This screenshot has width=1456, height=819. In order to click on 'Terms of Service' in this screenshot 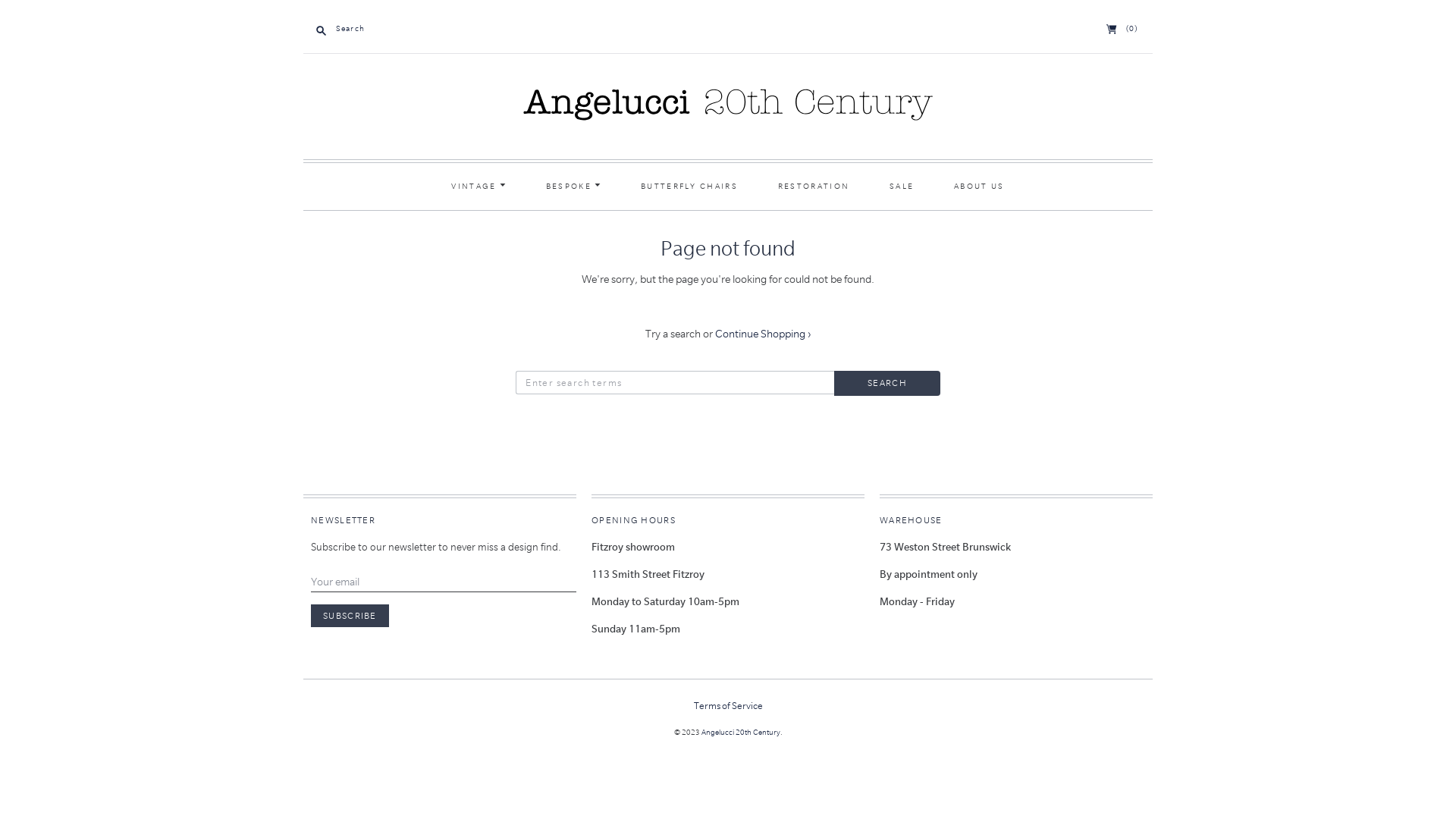, I will do `click(726, 705)`.